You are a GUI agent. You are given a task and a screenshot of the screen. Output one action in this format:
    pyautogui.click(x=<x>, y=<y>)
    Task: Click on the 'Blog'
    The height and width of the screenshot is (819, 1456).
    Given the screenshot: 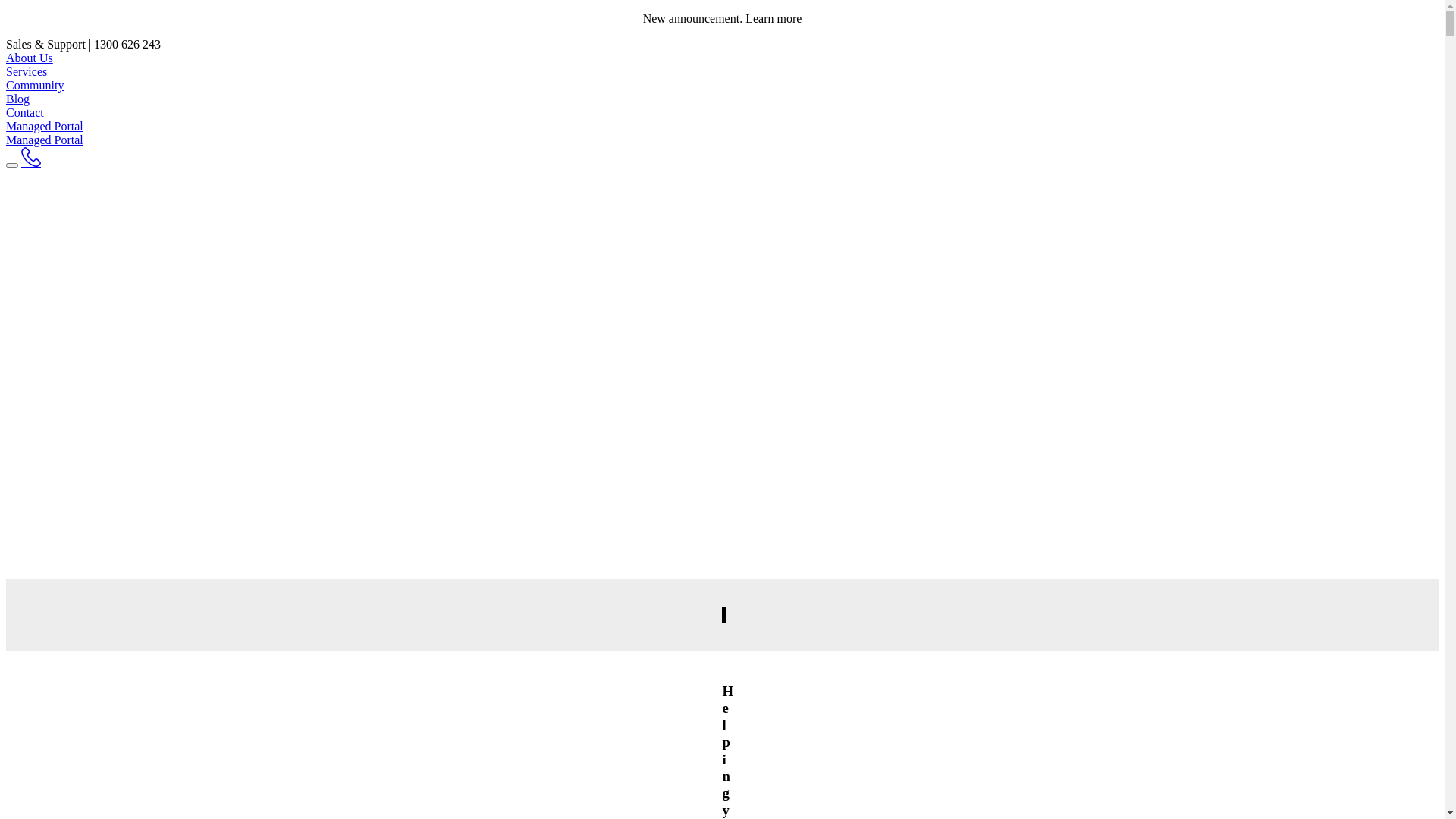 What is the action you would take?
    pyautogui.click(x=17, y=99)
    